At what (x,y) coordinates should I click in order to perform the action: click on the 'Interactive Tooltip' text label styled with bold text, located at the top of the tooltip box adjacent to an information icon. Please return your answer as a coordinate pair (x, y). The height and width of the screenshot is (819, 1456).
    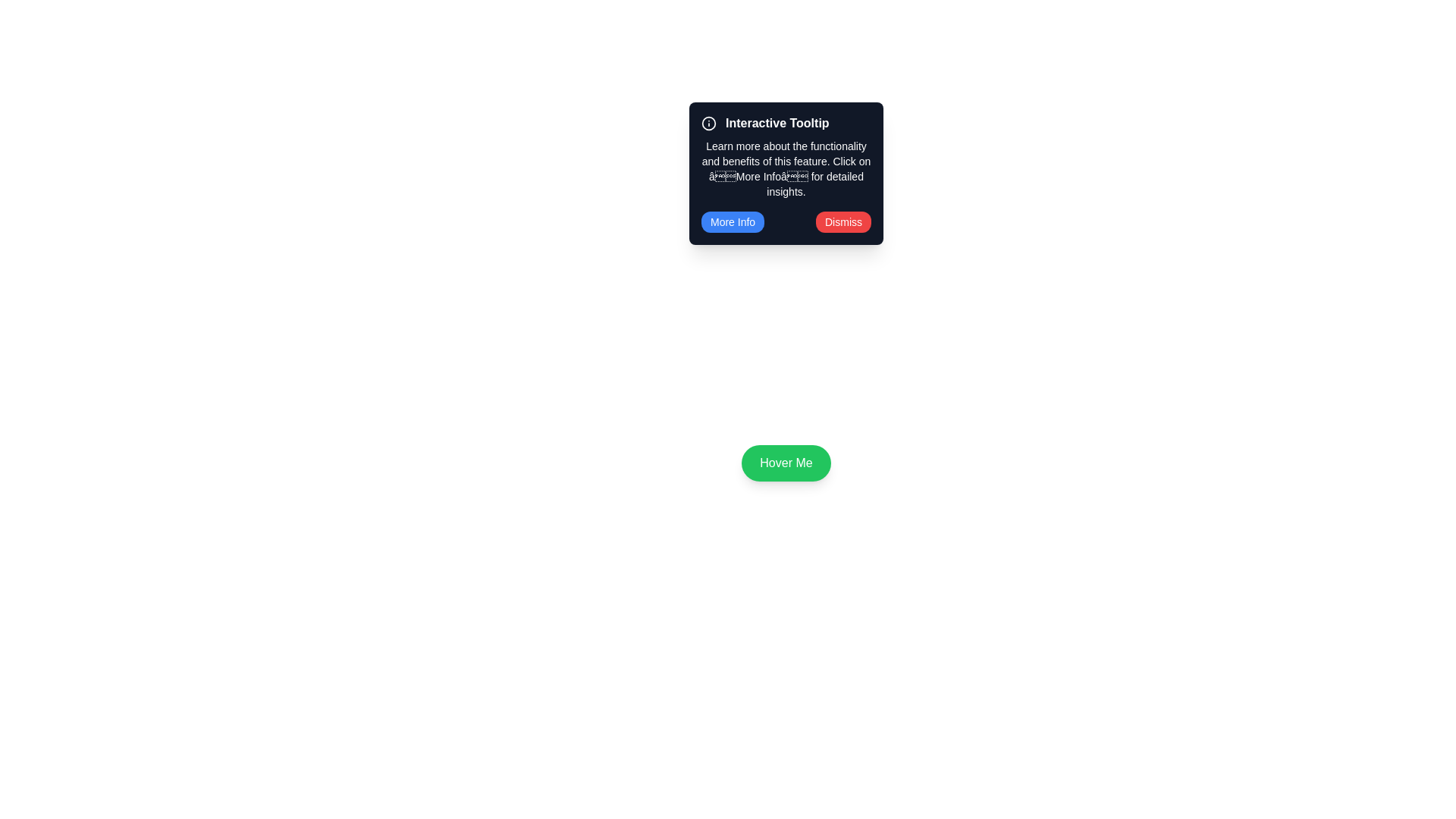
    Looking at the image, I should click on (786, 122).